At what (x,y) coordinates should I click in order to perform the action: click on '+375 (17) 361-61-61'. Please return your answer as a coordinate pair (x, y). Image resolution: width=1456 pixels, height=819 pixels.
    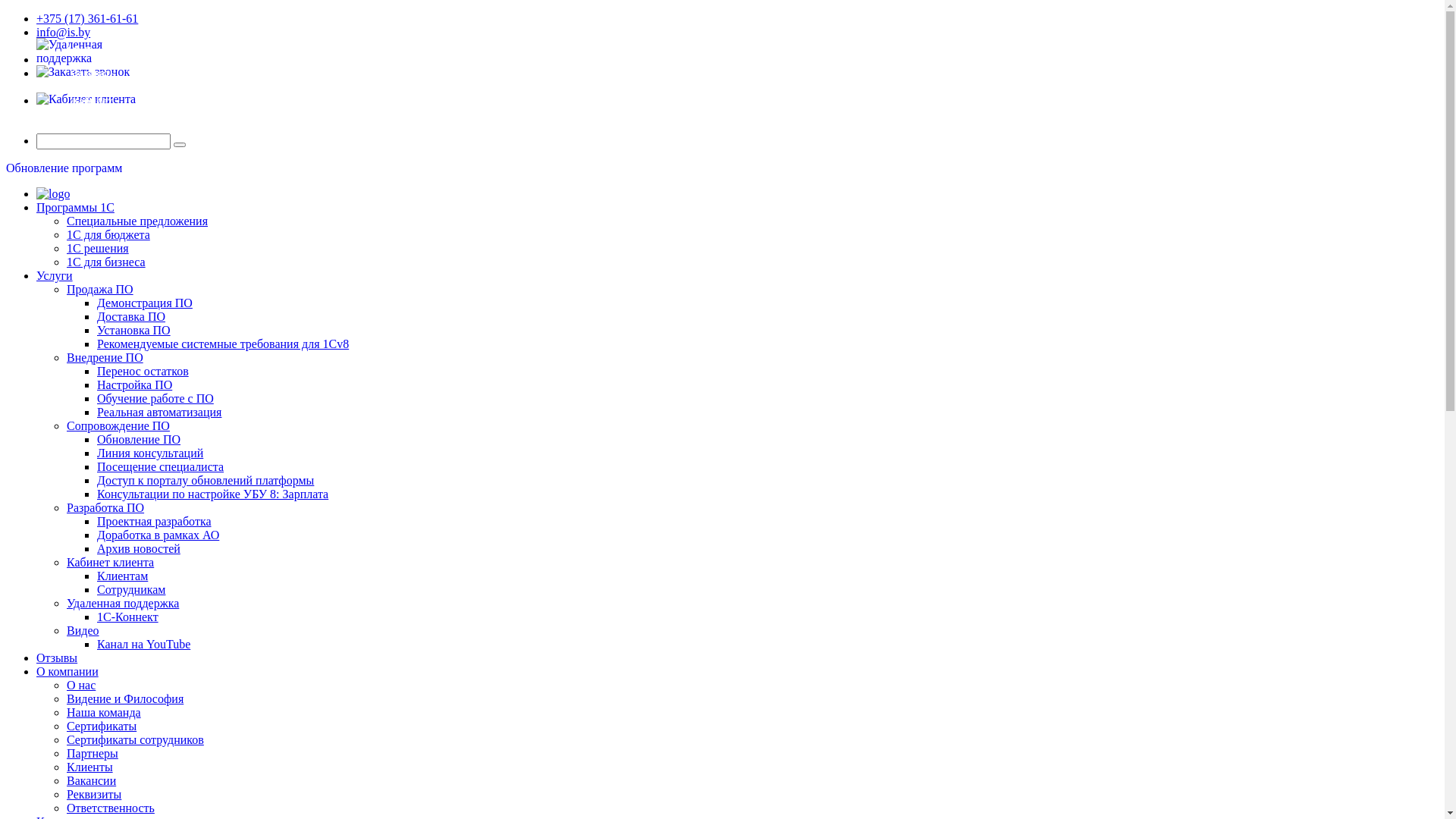
    Looking at the image, I should click on (86, 18).